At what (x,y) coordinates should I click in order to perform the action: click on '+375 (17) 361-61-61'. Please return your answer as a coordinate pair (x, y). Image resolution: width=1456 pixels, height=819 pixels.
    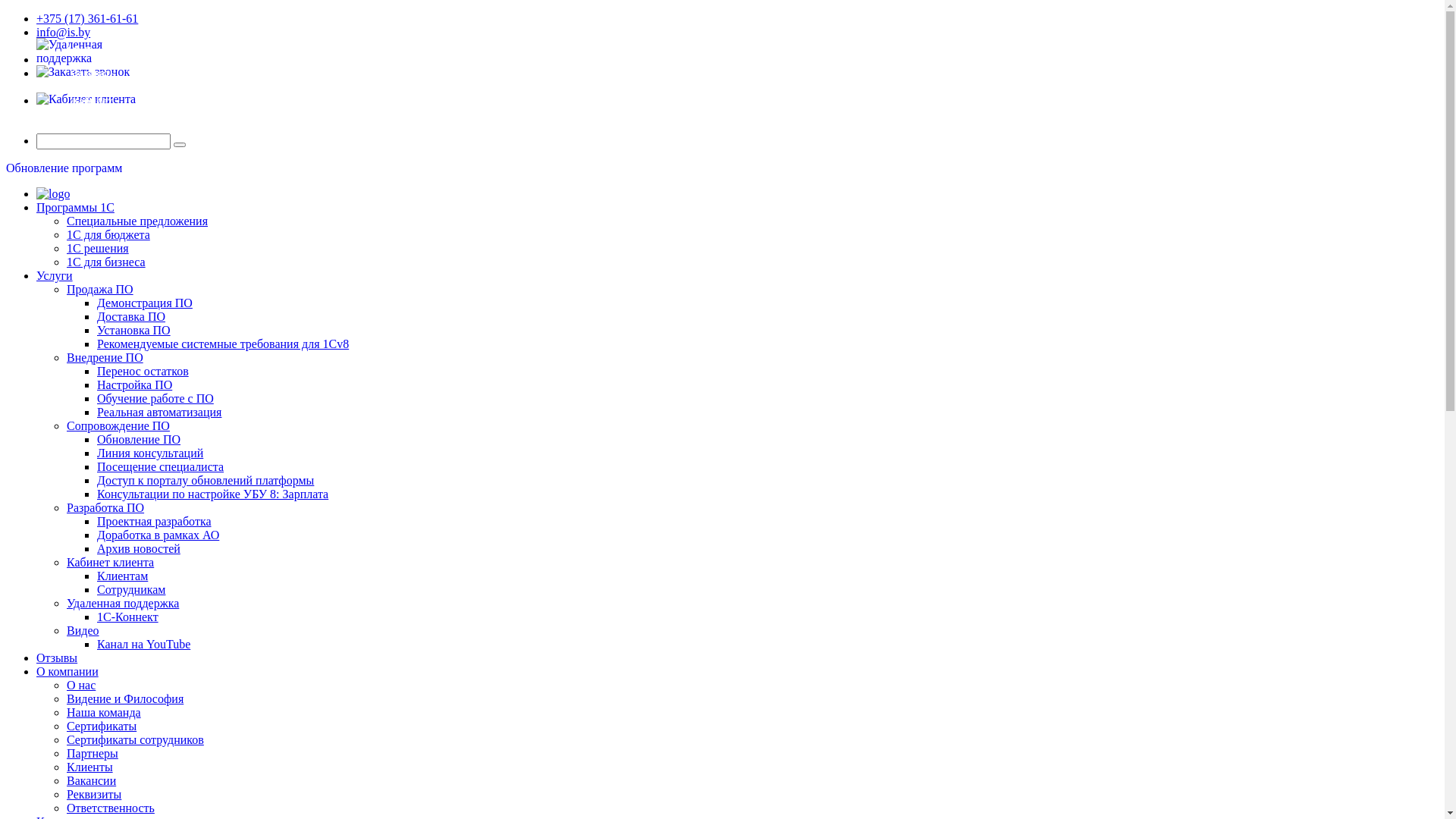
    Looking at the image, I should click on (86, 18).